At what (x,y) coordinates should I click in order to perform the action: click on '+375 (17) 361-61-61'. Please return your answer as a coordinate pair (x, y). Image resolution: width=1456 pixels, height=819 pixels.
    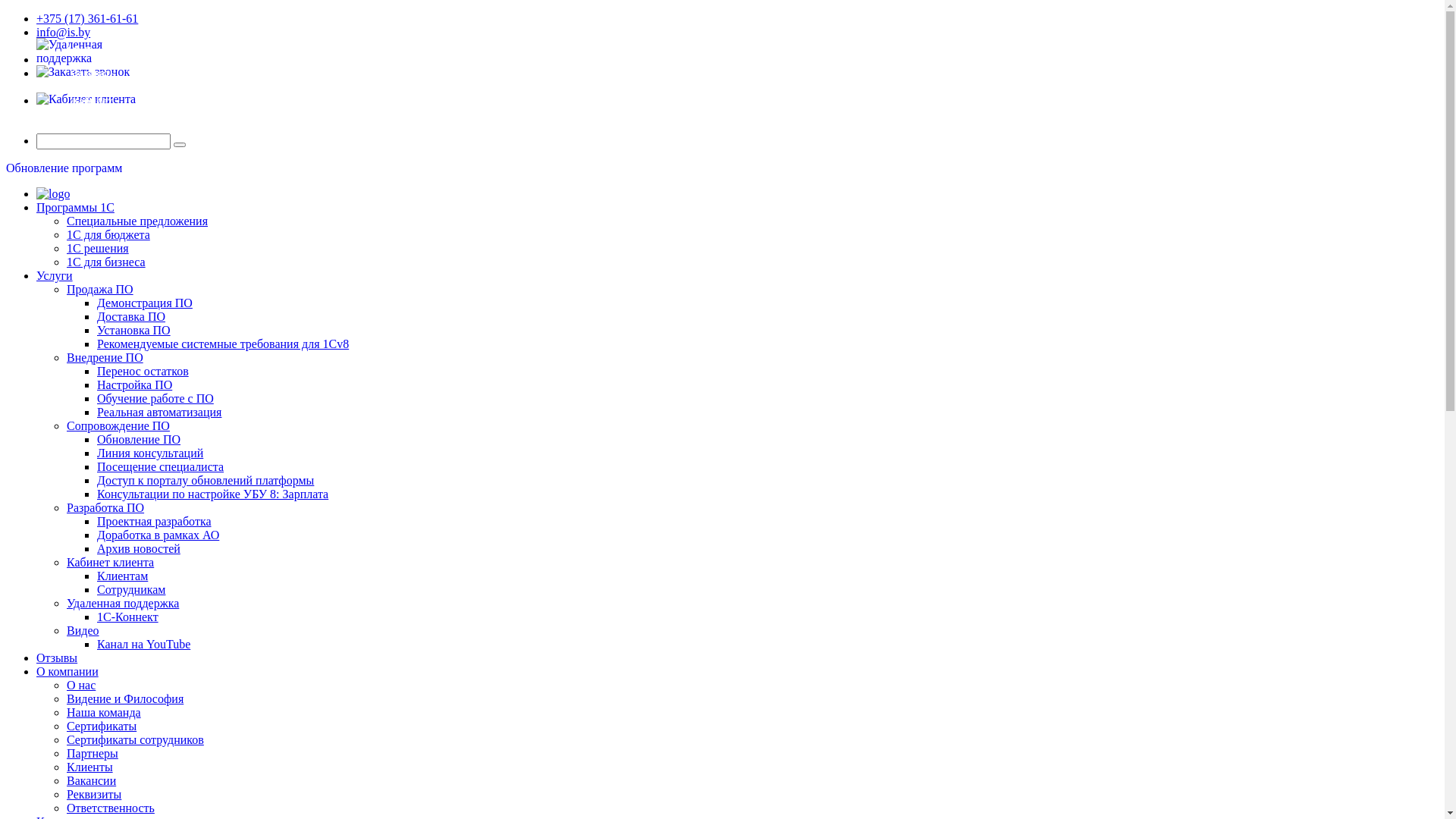
    Looking at the image, I should click on (86, 18).